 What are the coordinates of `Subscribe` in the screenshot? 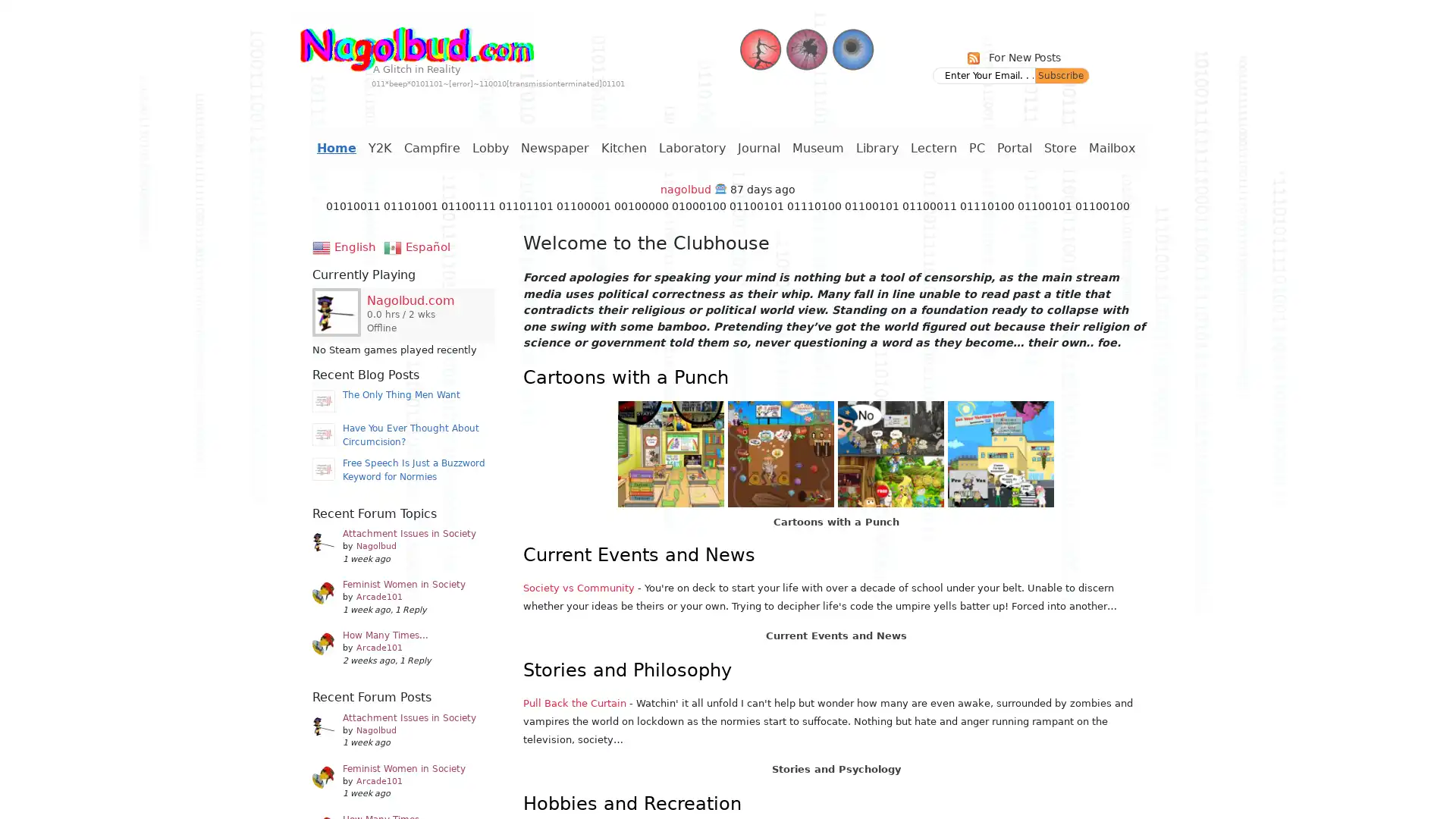 It's located at (1062, 76).